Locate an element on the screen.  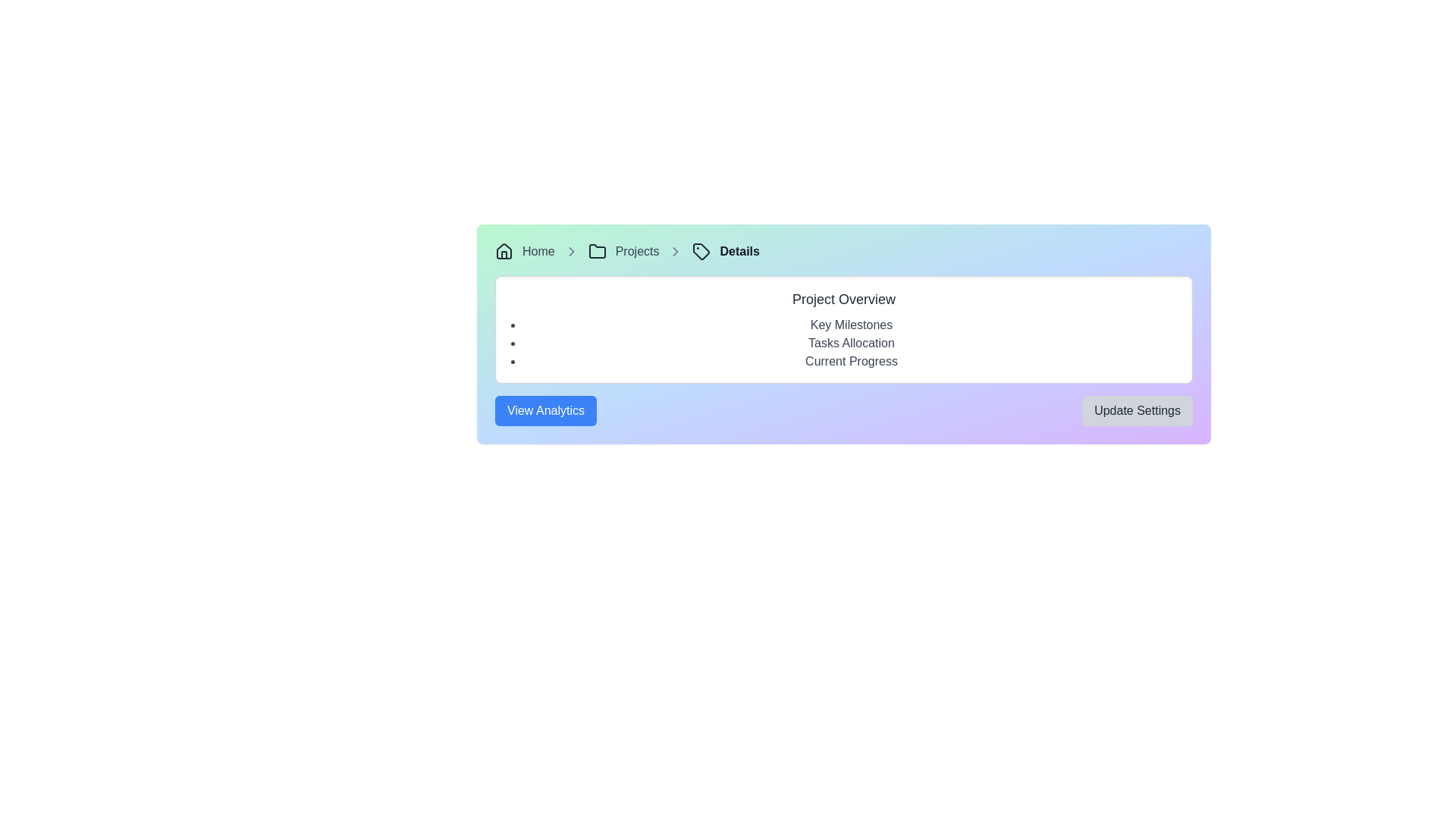
the right-pointing chevron icon in the breadcrumb navigation bar located between 'Projects' and 'Details' is located at coordinates (570, 250).